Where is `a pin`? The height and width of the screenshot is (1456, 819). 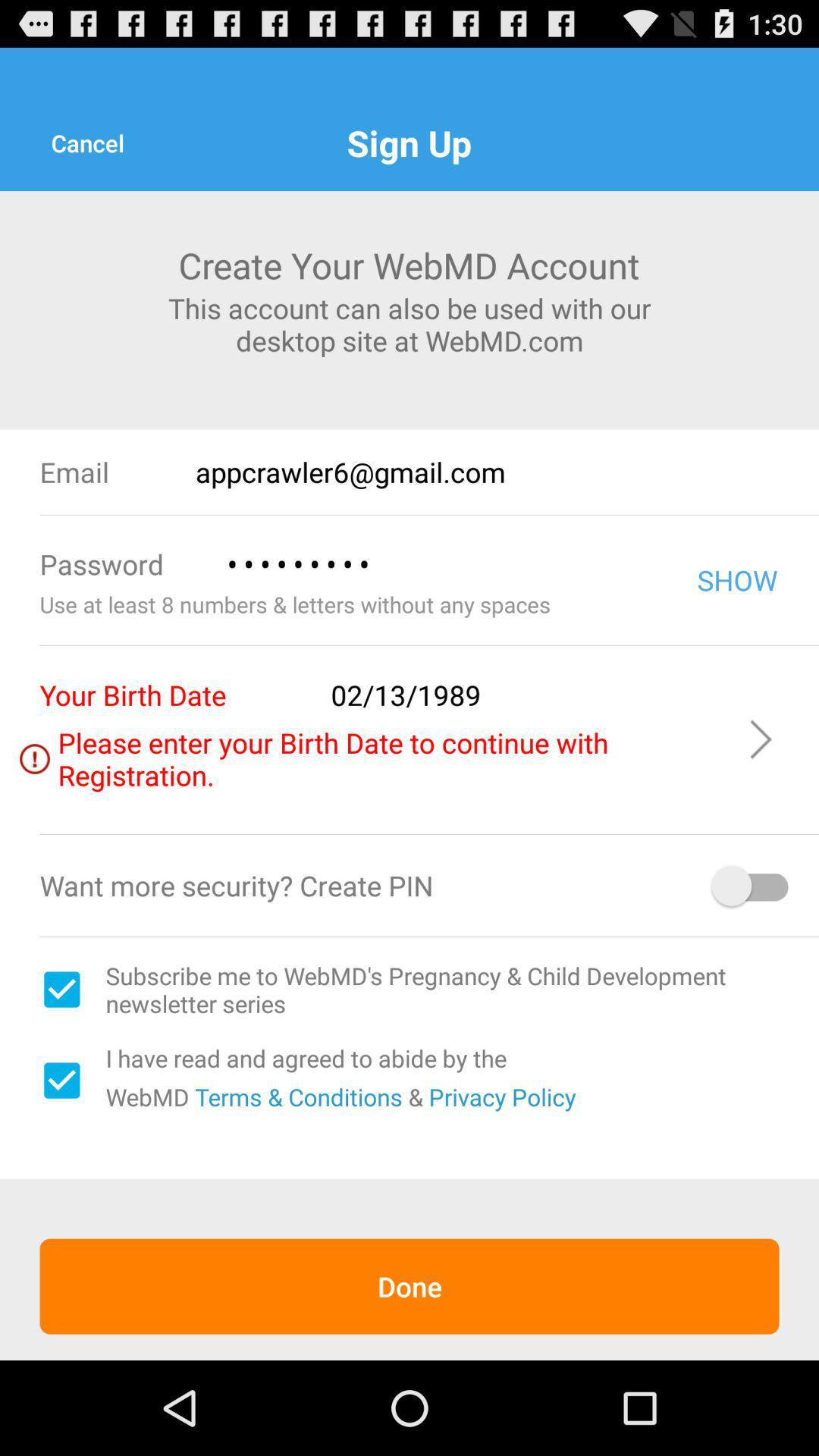
a pin is located at coordinates (752, 886).